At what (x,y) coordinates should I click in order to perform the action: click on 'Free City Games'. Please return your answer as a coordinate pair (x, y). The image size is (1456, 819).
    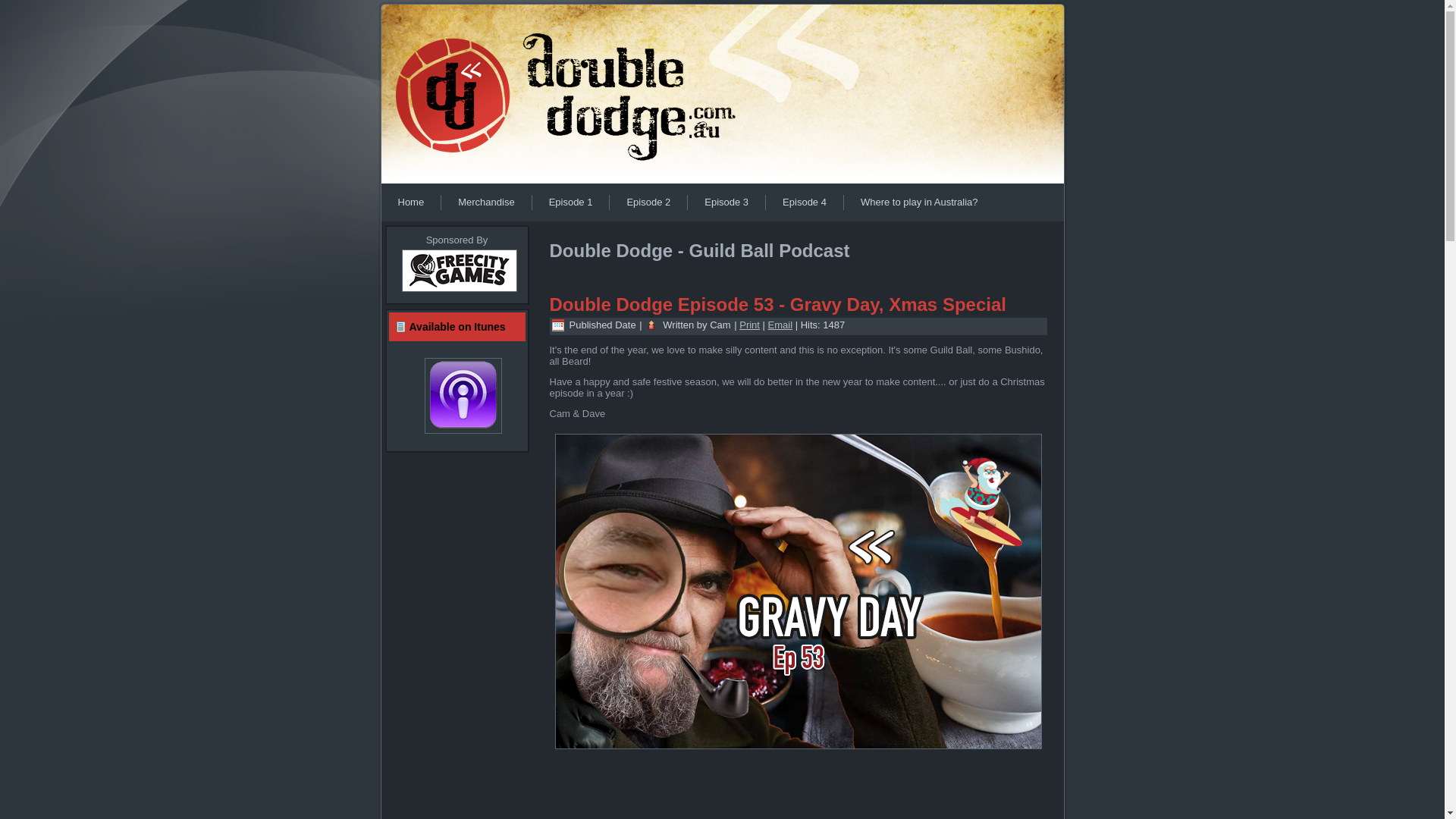
    Looking at the image, I should click on (457, 292).